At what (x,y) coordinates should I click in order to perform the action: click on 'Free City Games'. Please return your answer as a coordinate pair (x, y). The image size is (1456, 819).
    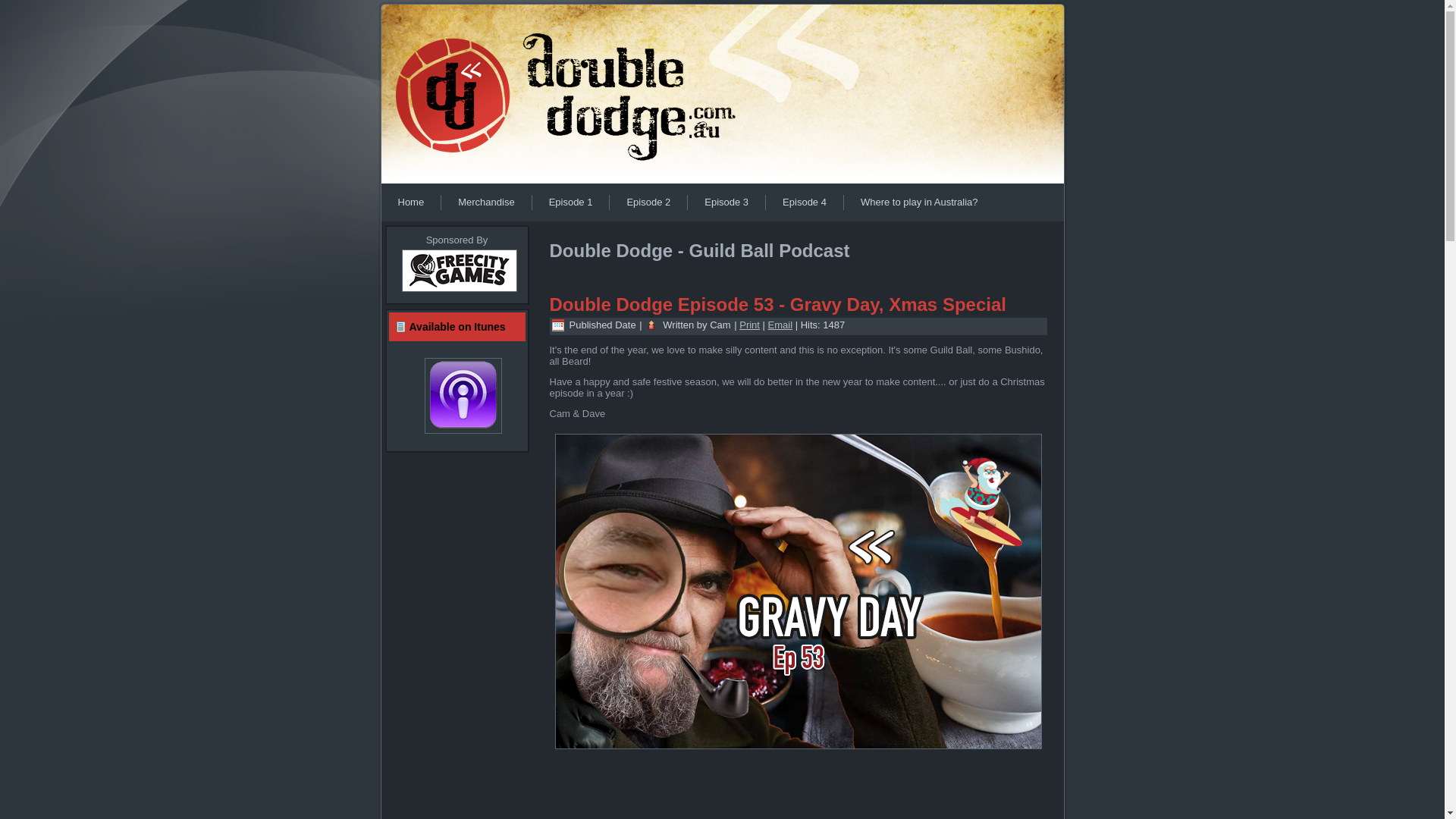
    Looking at the image, I should click on (457, 292).